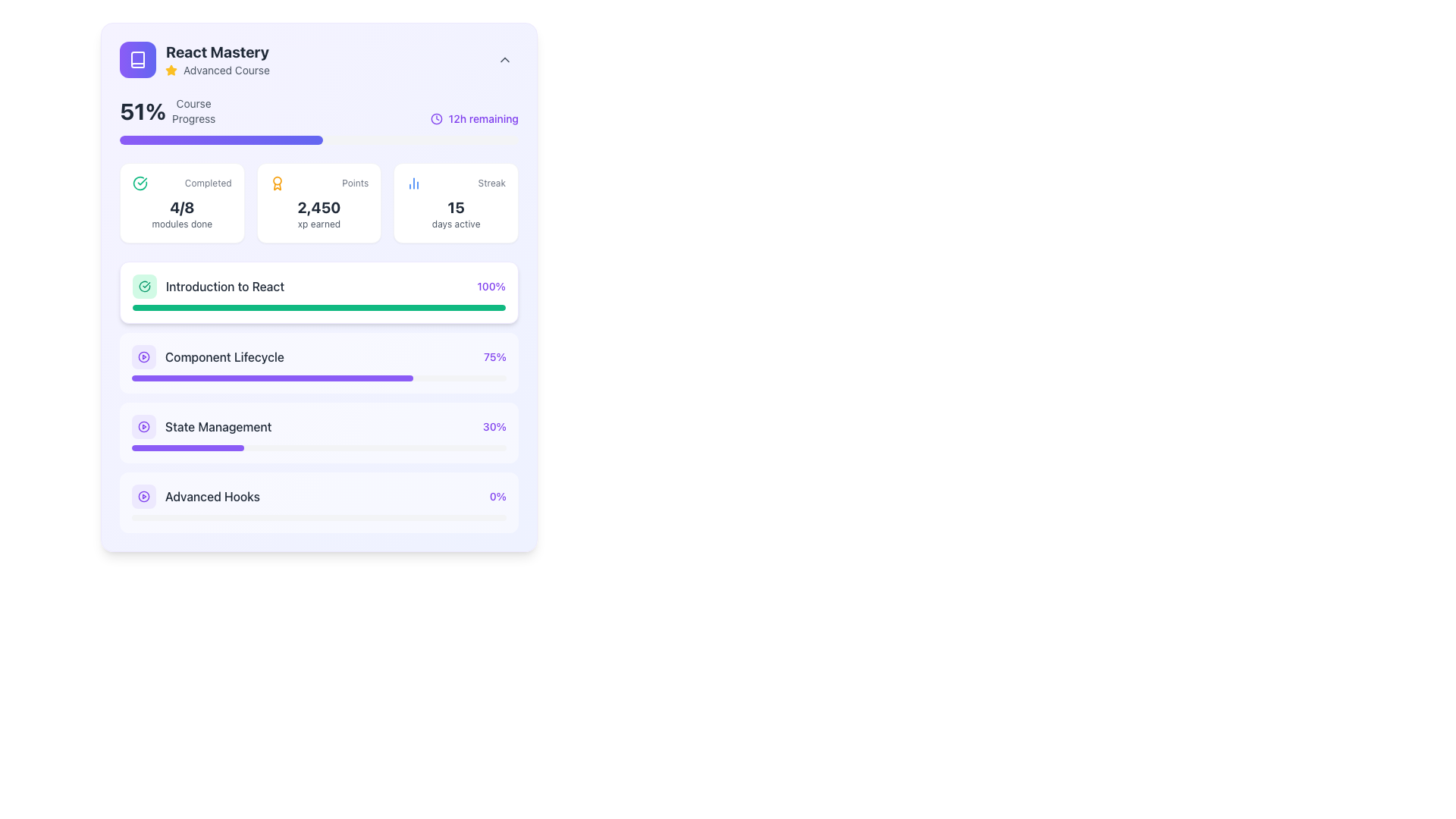 Image resolution: width=1456 pixels, height=819 pixels. What do you see at coordinates (318, 307) in the screenshot?
I see `the progress bar styled with a gray background and a green completion indicator, located within the 'Introduction to React' card, beneath the '100%' completion percentage text` at bounding box center [318, 307].